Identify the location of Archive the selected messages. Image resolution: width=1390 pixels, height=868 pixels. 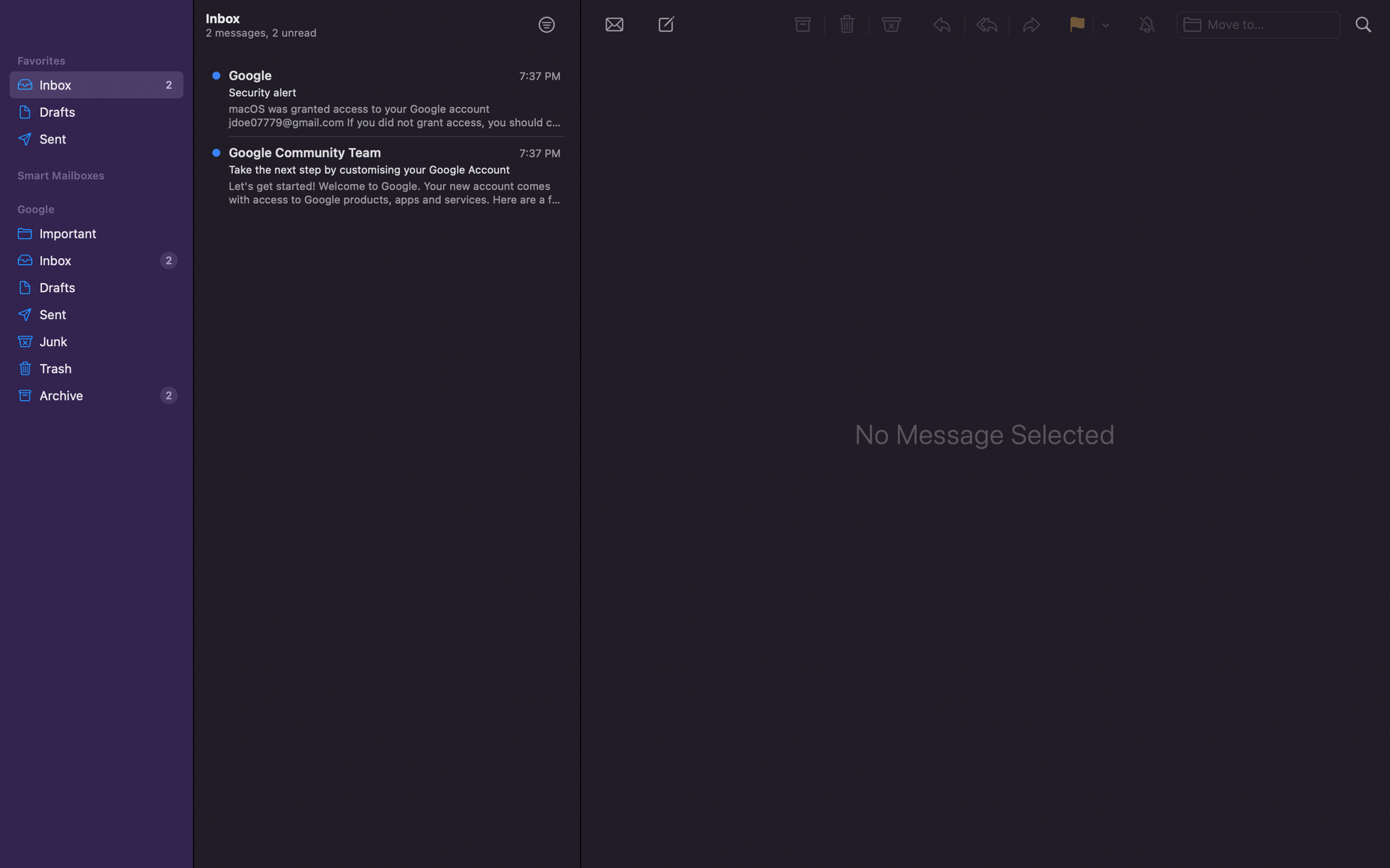
(802, 25).